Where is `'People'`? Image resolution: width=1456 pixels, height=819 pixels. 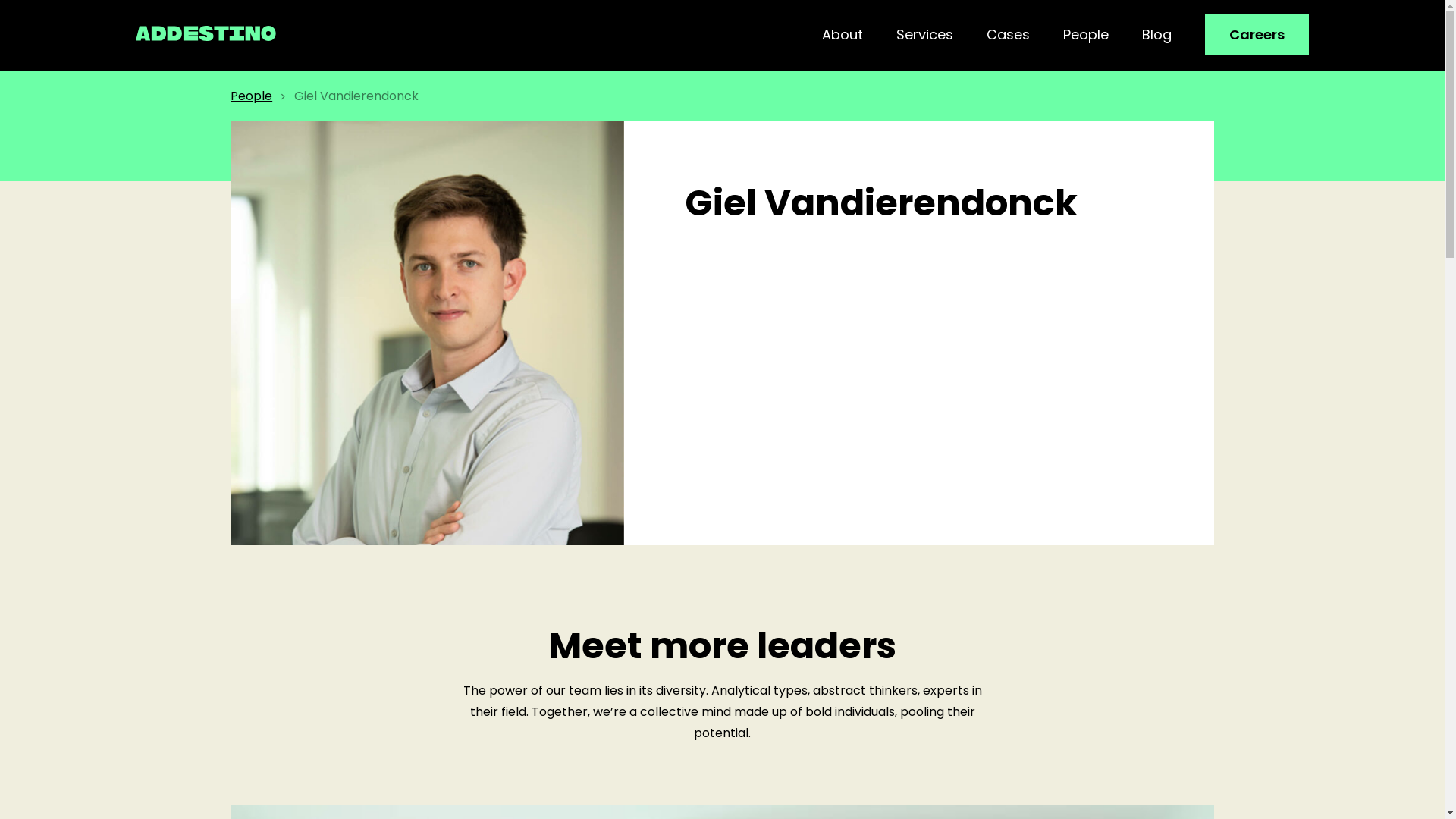 'People' is located at coordinates (229, 96).